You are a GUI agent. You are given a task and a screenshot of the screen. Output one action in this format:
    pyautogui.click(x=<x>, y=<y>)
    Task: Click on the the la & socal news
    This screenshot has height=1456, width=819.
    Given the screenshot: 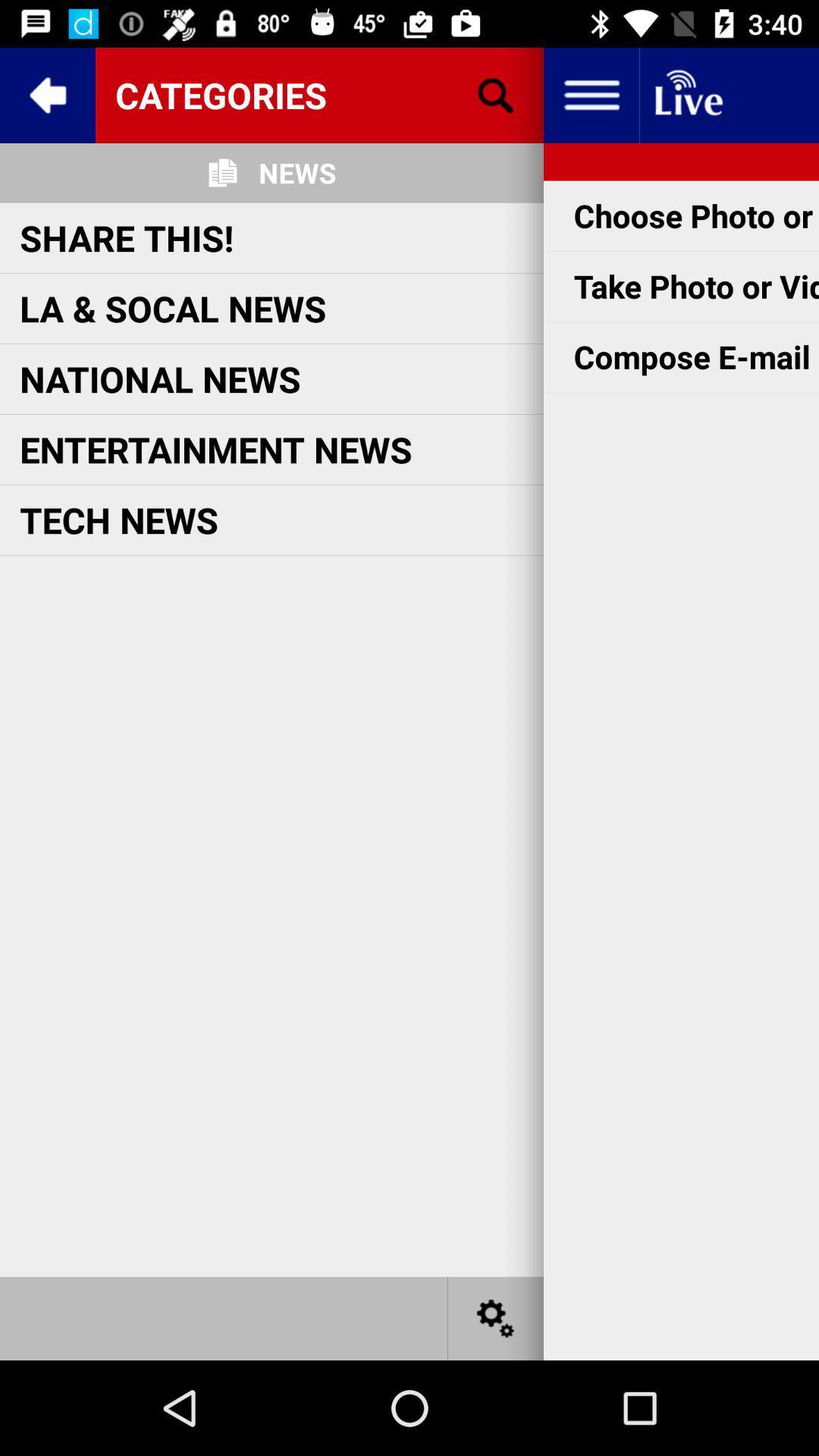 What is the action you would take?
    pyautogui.click(x=172, y=307)
    